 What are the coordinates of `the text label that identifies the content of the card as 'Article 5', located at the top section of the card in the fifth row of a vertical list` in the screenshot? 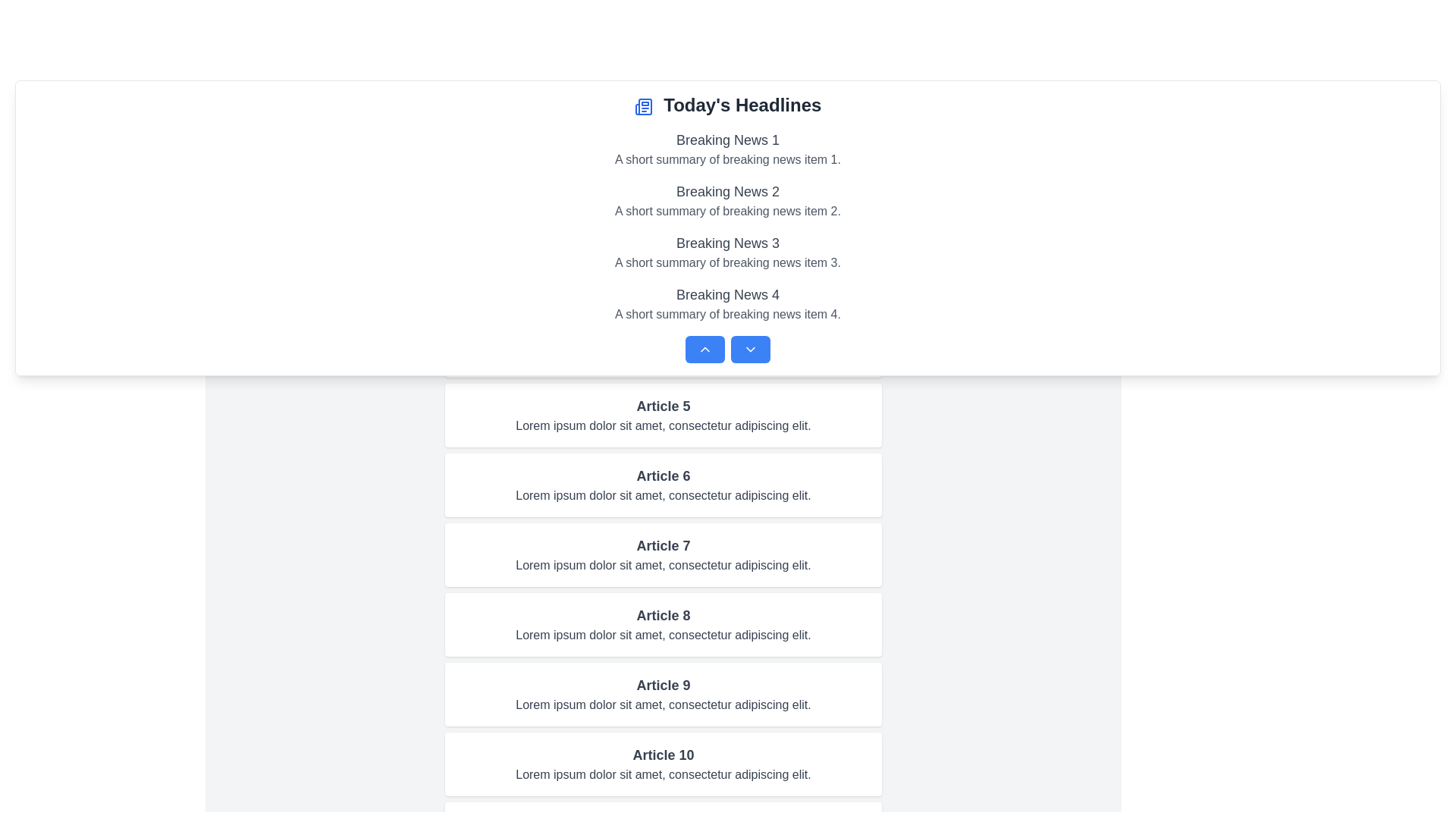 It's located at (663, 406).